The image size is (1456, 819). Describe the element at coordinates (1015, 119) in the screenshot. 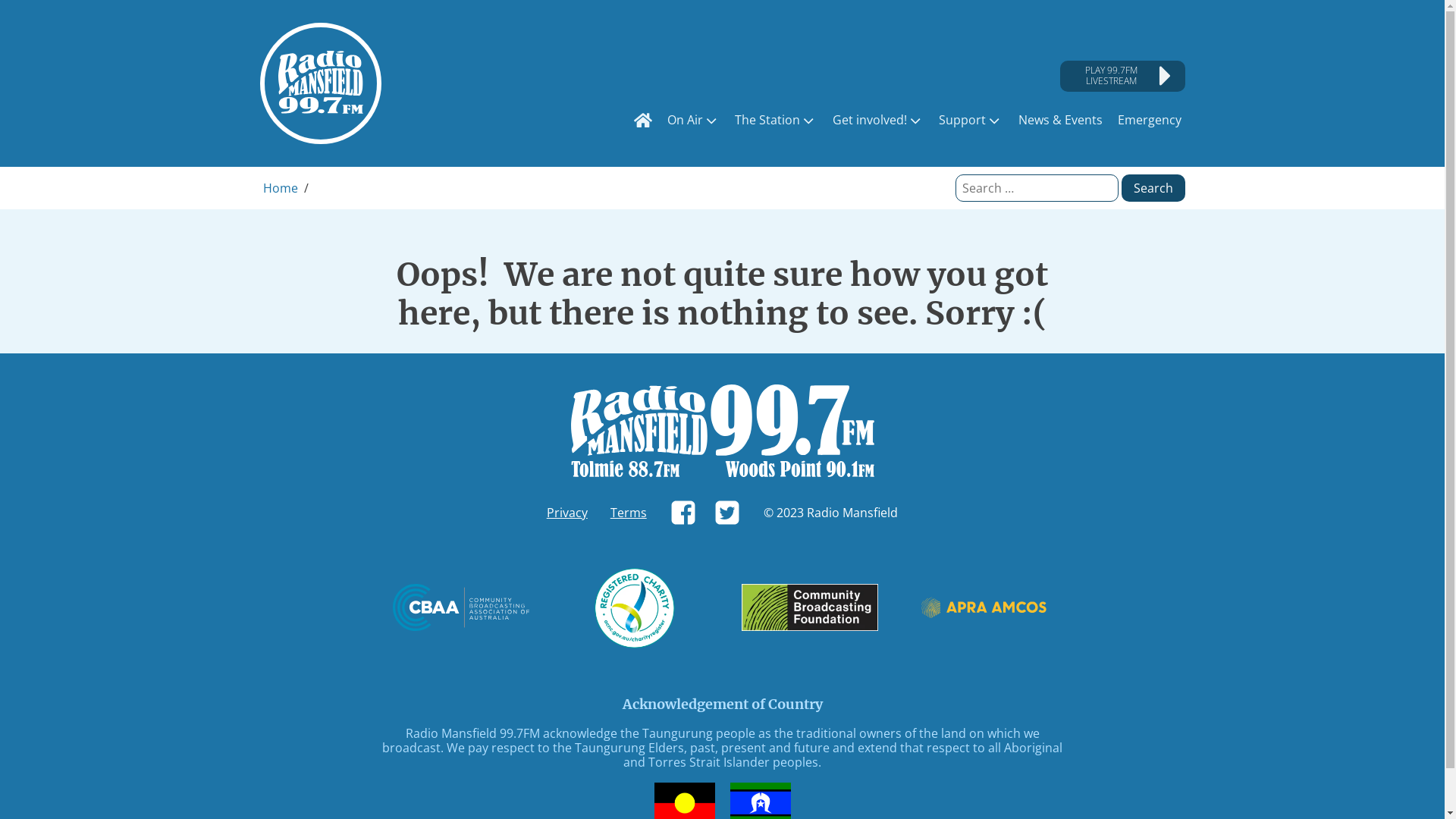

I see `'News & Events'` at that location.